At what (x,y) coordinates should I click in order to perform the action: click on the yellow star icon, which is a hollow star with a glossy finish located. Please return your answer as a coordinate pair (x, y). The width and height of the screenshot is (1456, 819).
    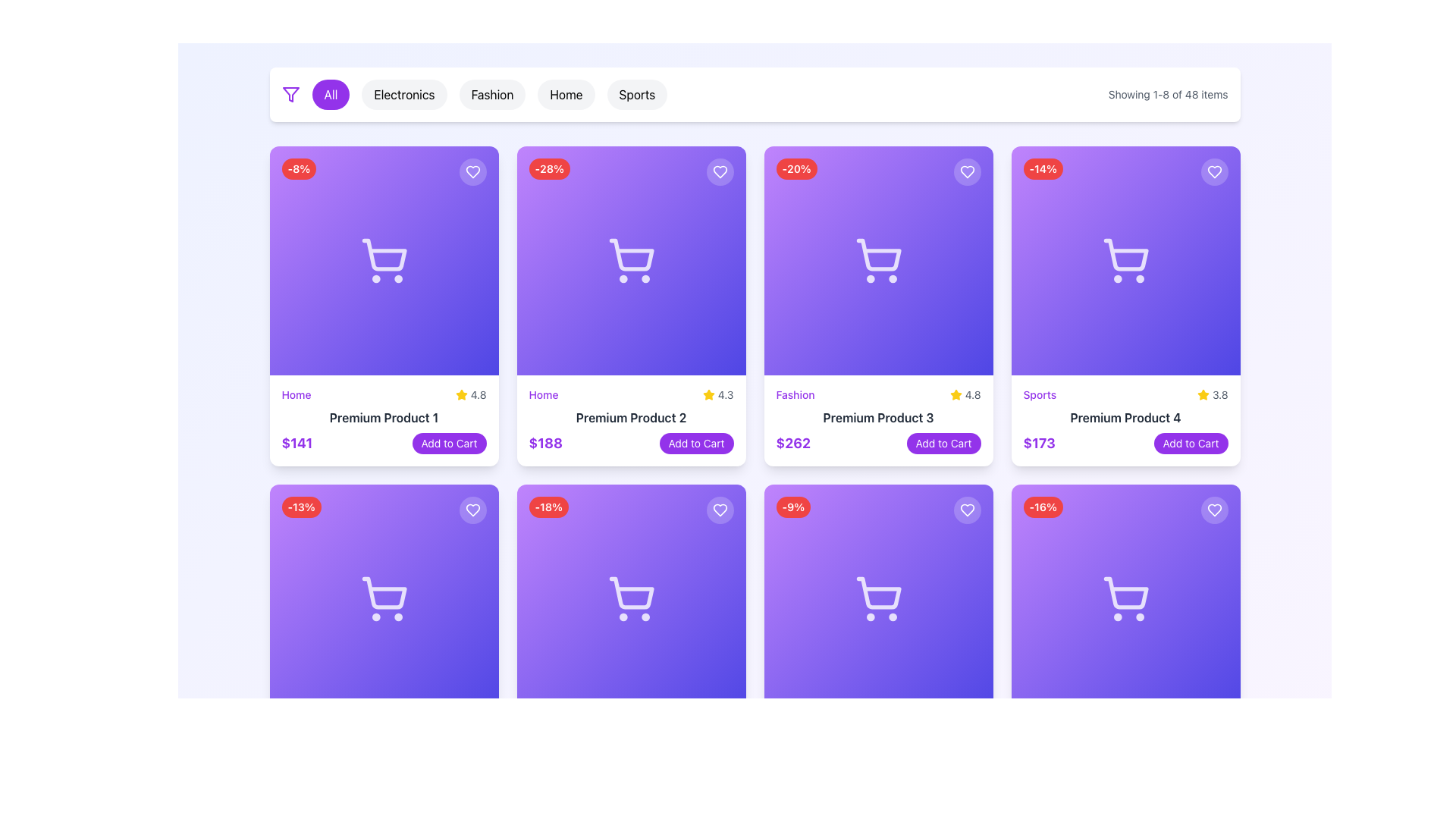
    Looking at the image, I should click on (460, 394).